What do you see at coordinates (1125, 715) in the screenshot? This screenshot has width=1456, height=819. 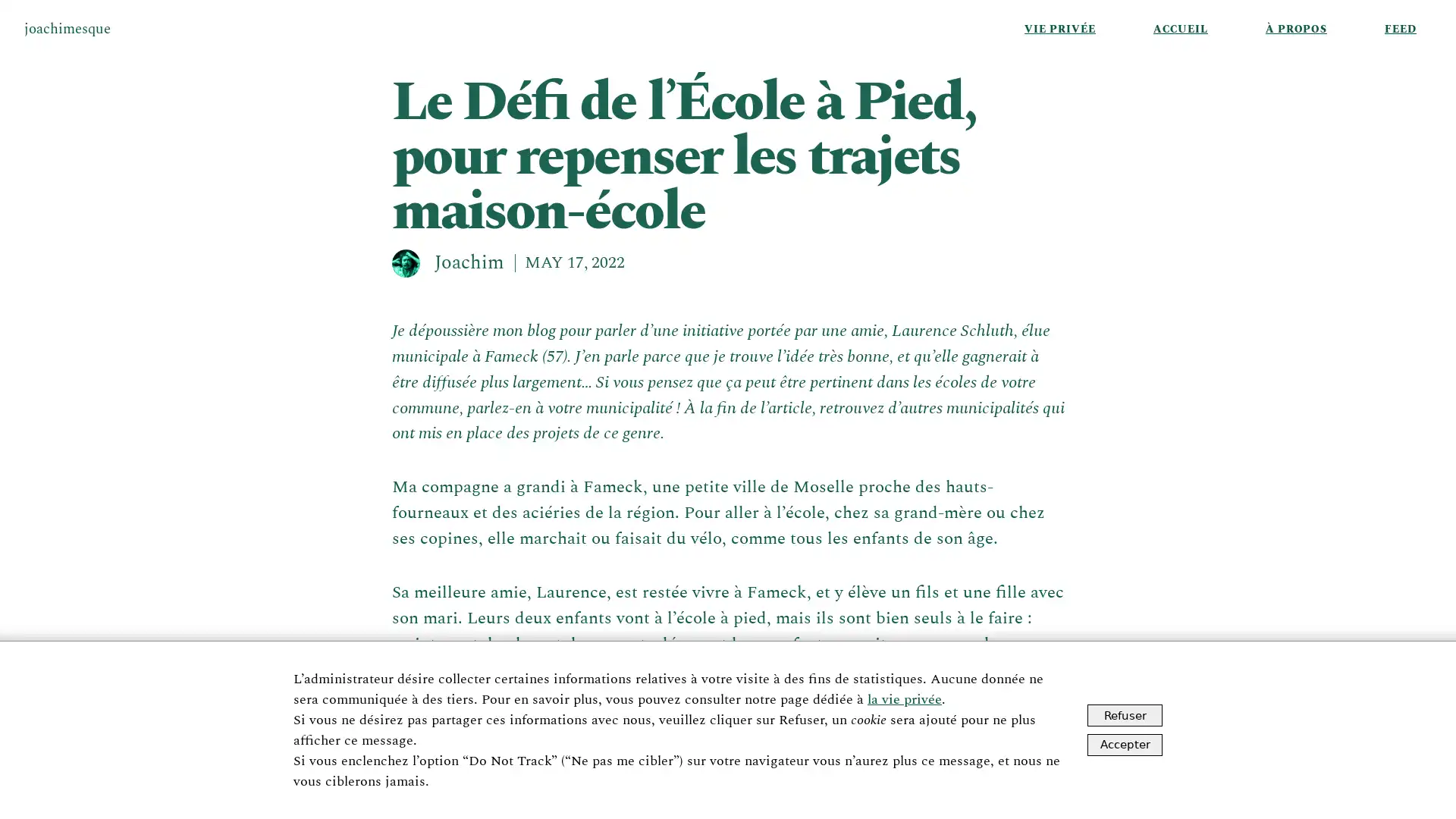 I see `Refuser` at bounding box center [1125, 715].